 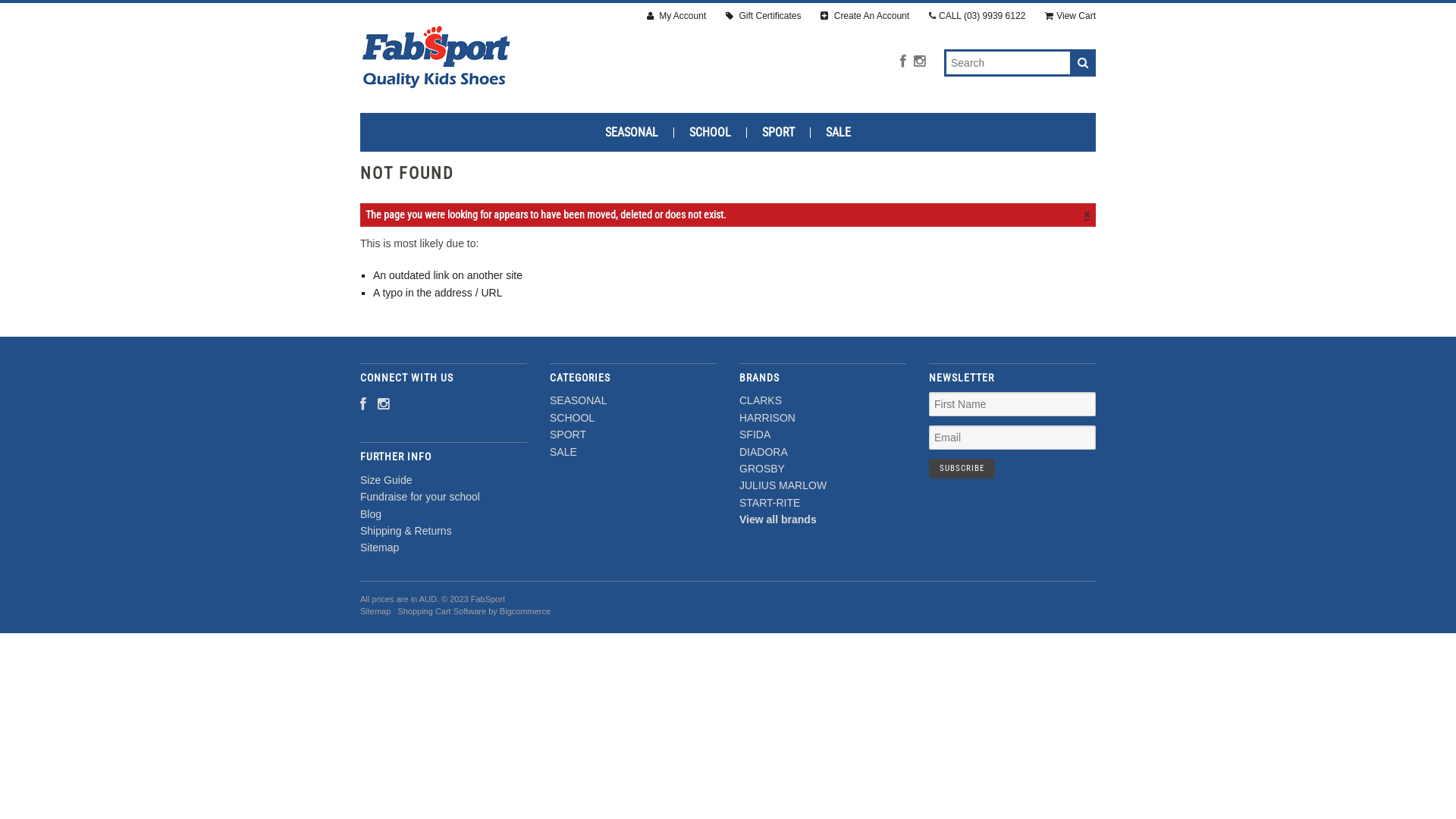 What do you see at coordinates (419, 497) in the screenshot?
I see `'Fundraise for your school'` at bounding box center [419, 497].